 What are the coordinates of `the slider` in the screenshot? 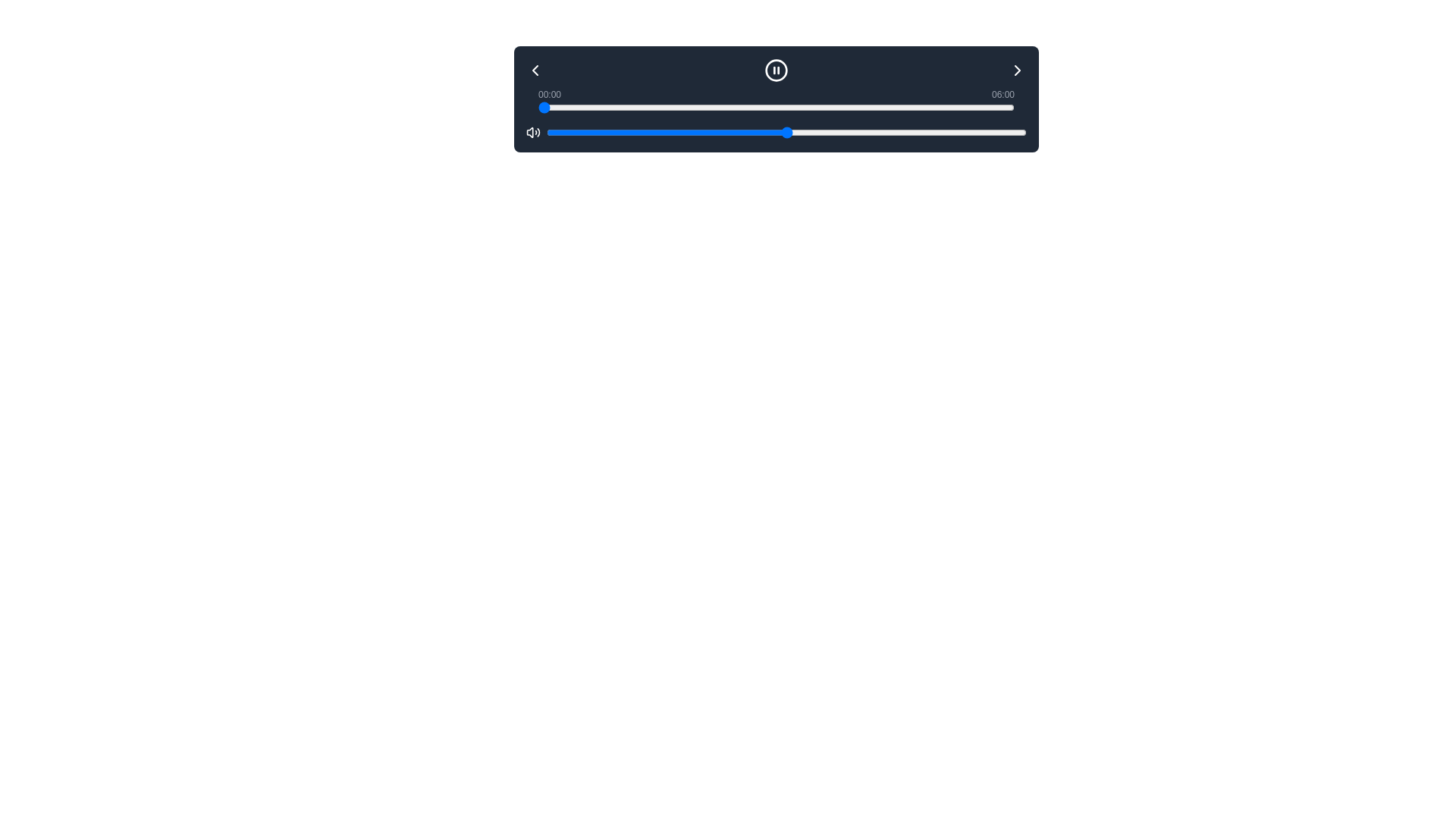 It's located at (877, 131).